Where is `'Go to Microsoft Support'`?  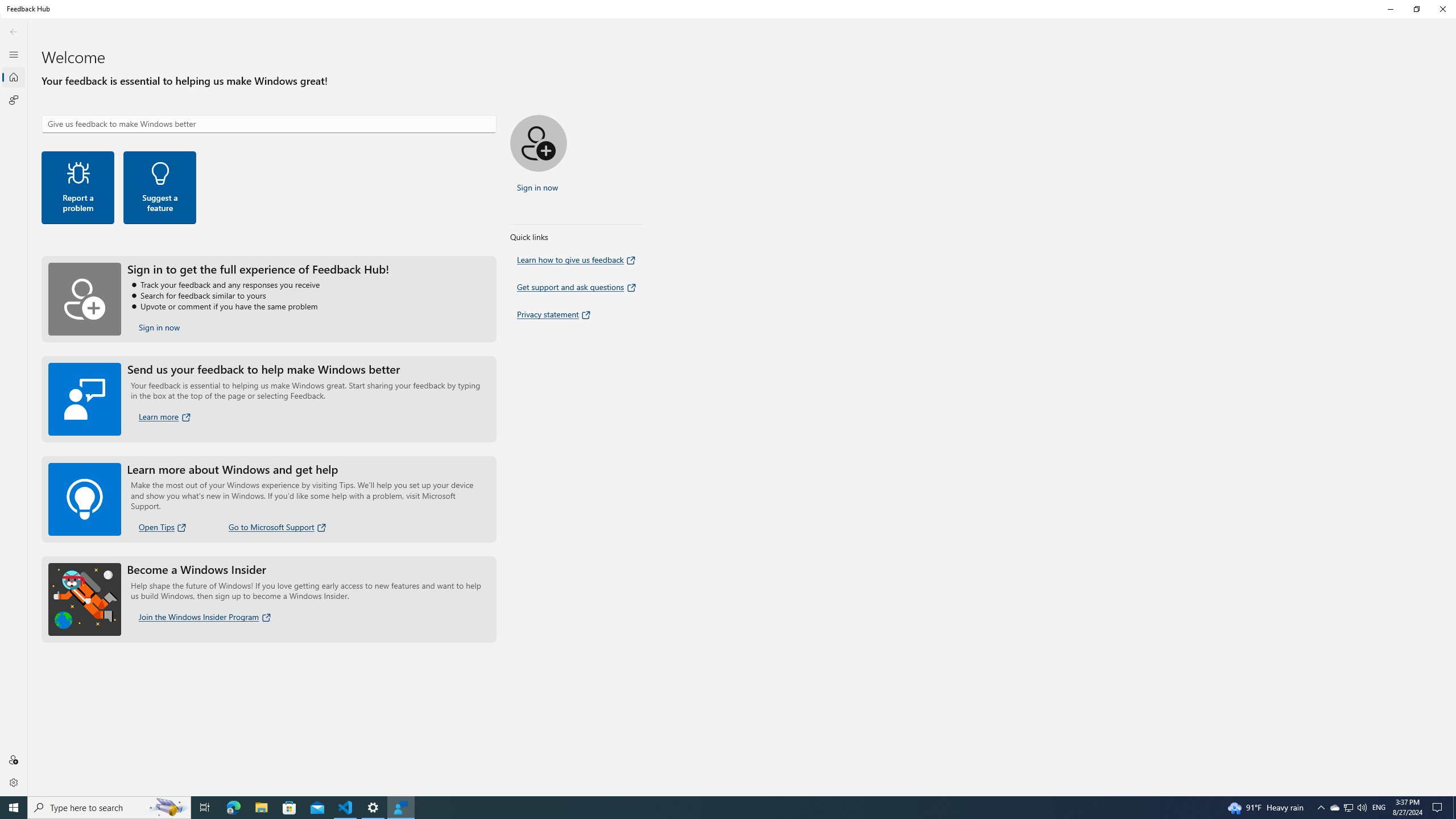 'Go to Microsoft Support' is located at coordinates (278, 527).